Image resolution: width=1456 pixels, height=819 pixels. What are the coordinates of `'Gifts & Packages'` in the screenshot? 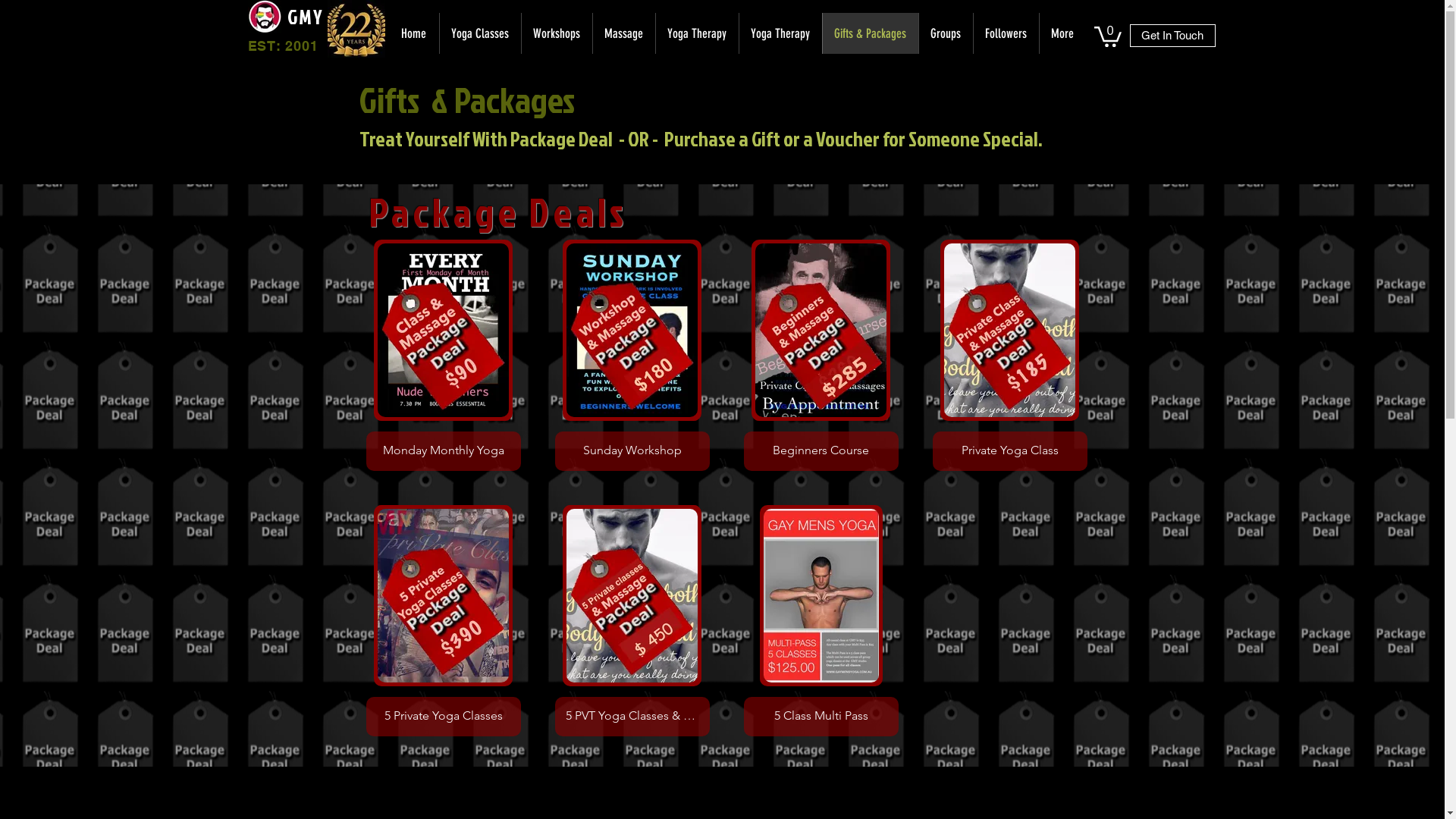 It's located at (870, 33).